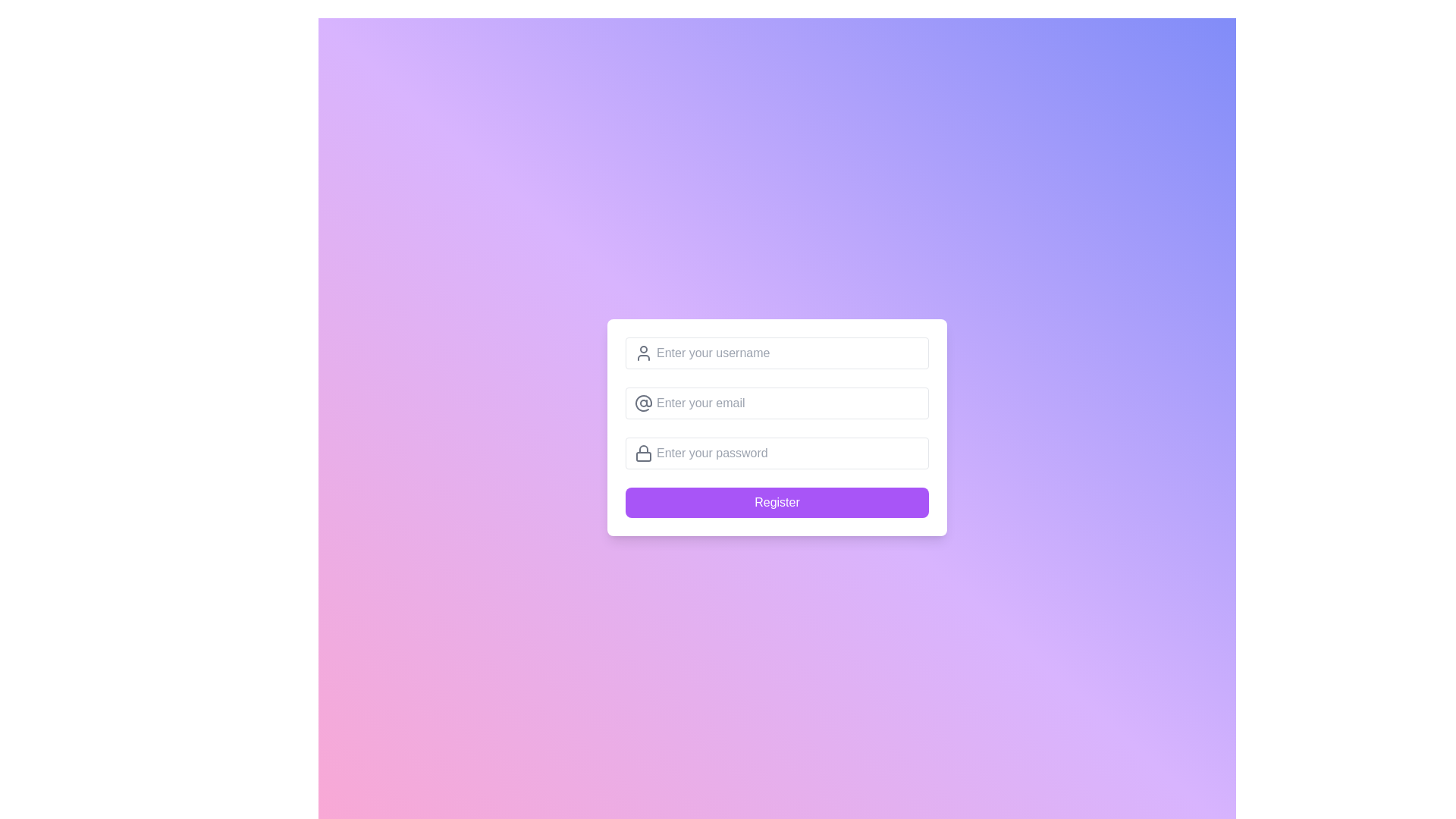  What do you see at coordinates (644, 456) in the screenshot?
I see `the lock body rectangle icon, which is part of the lock symbol located to the left of the 'Enter your password' input field` at bounding box center [644, 456].